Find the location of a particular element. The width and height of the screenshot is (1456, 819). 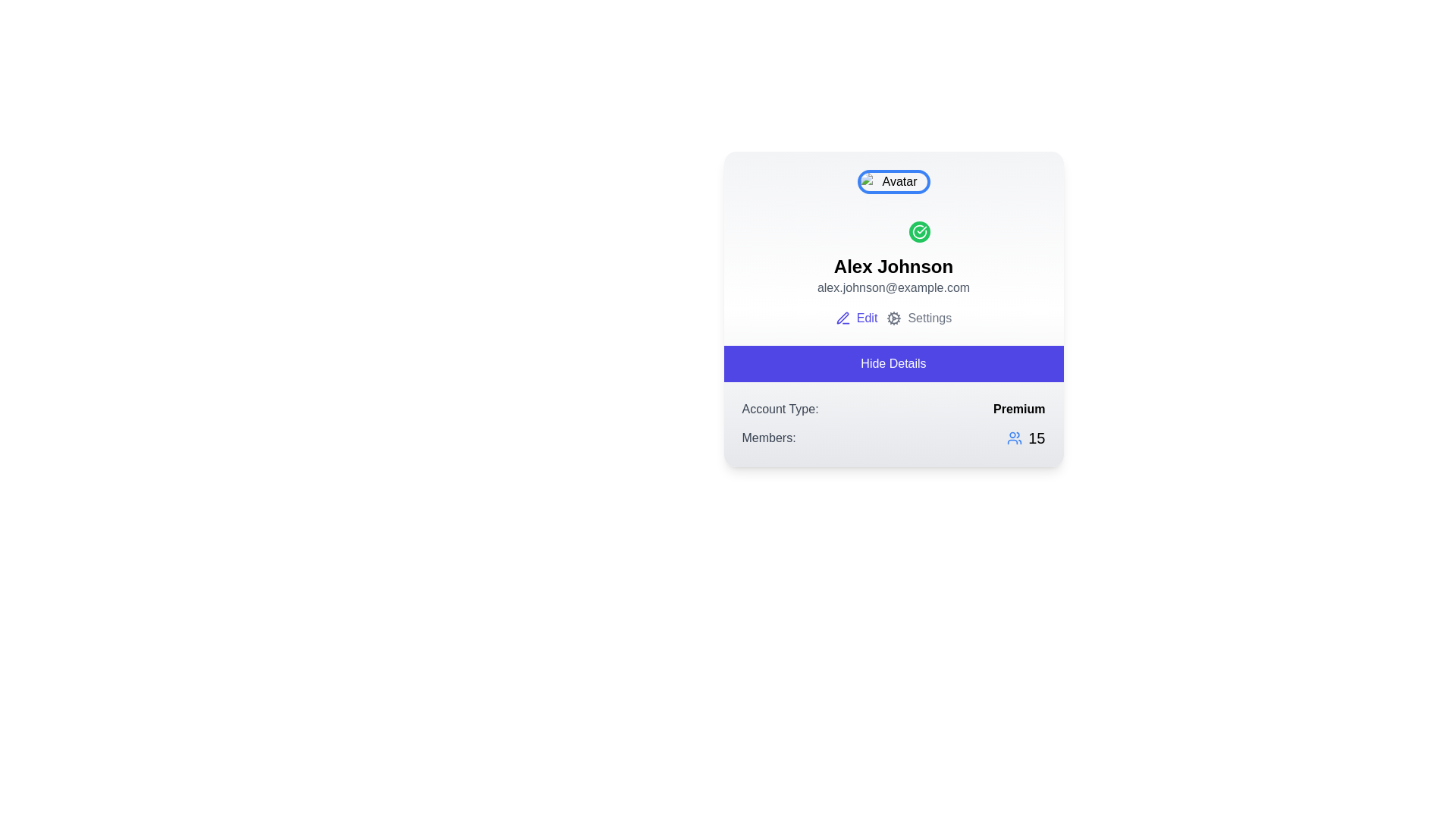

the 'Edit' button located below the user details 'Alex Johnson' and above the 'Hide Details' button in the user profile card is located at coordinates (856, 318).